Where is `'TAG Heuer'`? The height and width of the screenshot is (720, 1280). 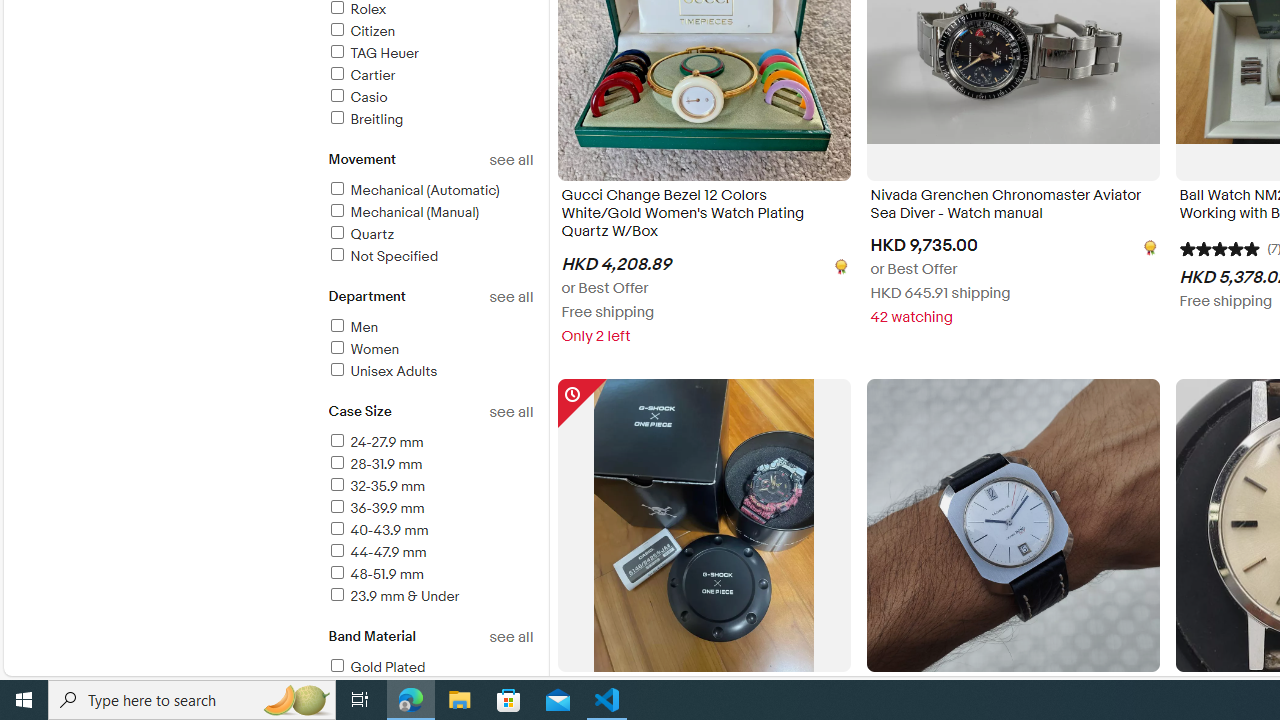
'TAG Heuer' is located at coordinates (429, 53).